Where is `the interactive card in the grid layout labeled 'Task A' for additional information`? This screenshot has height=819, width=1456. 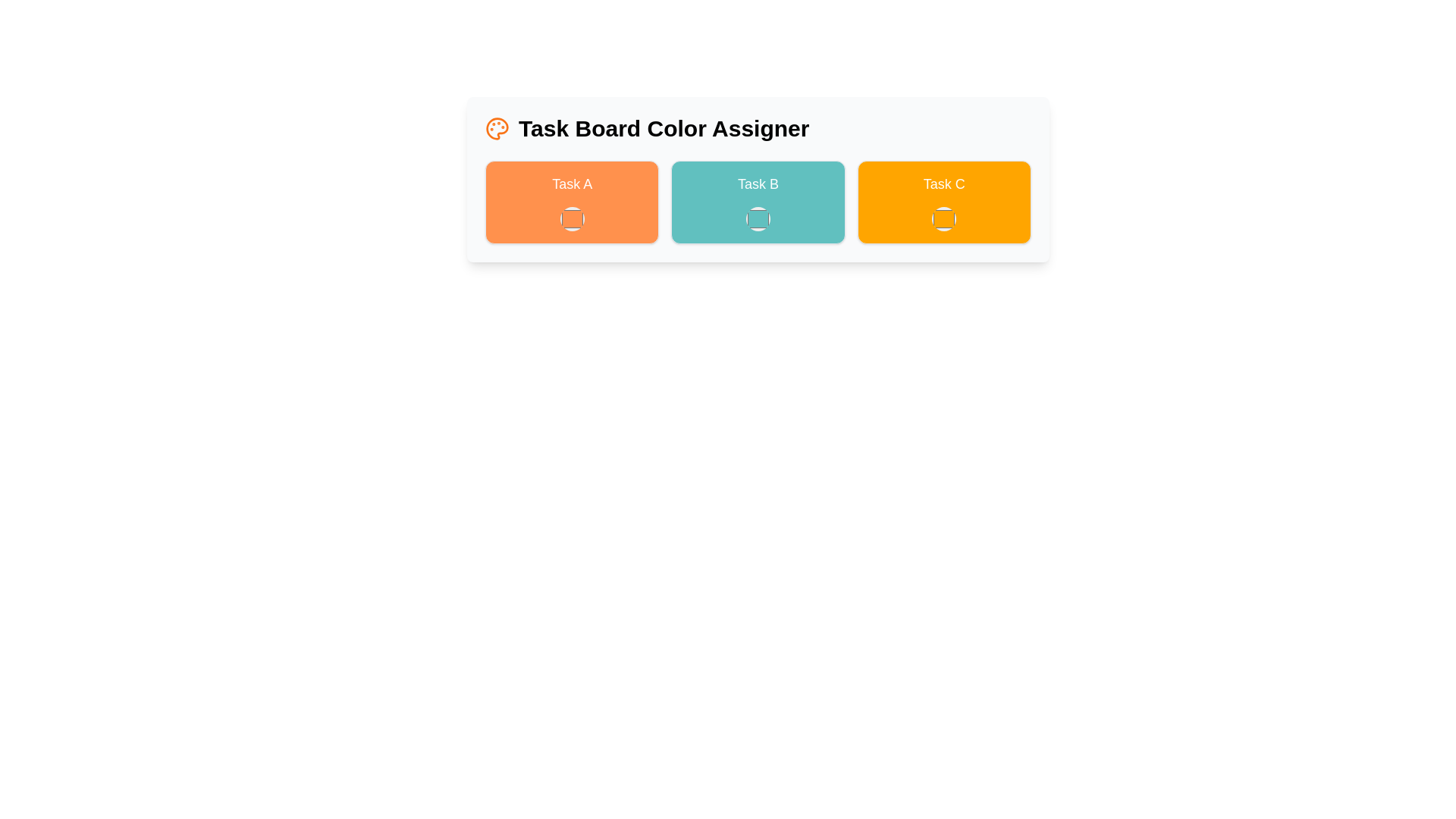 the interactive card in the grid layout labeled 'Task A' for additional information is located at coordinates (758, 201).